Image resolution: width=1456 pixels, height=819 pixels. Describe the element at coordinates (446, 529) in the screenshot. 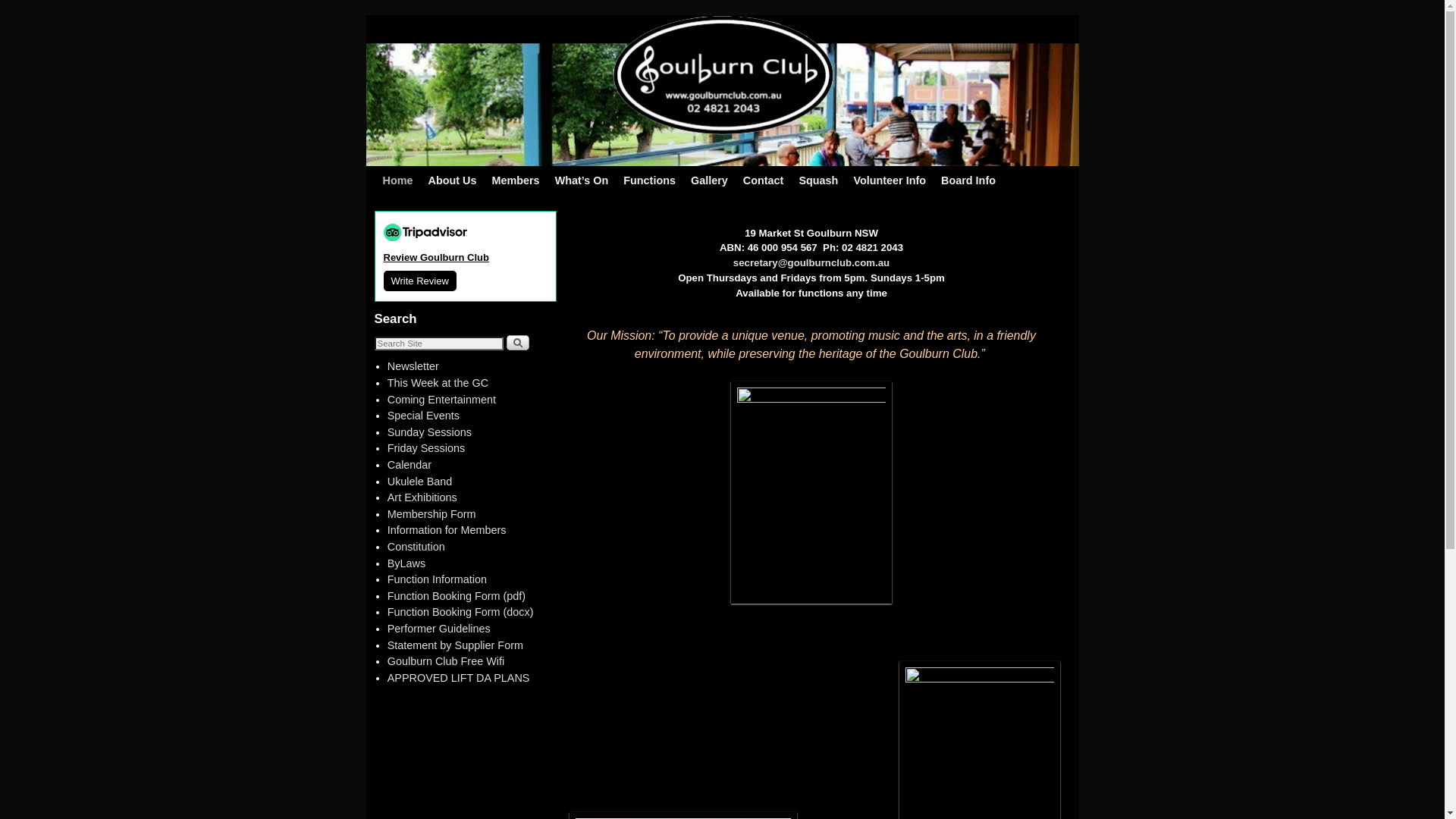

I see `'Information for Members'` at that location.